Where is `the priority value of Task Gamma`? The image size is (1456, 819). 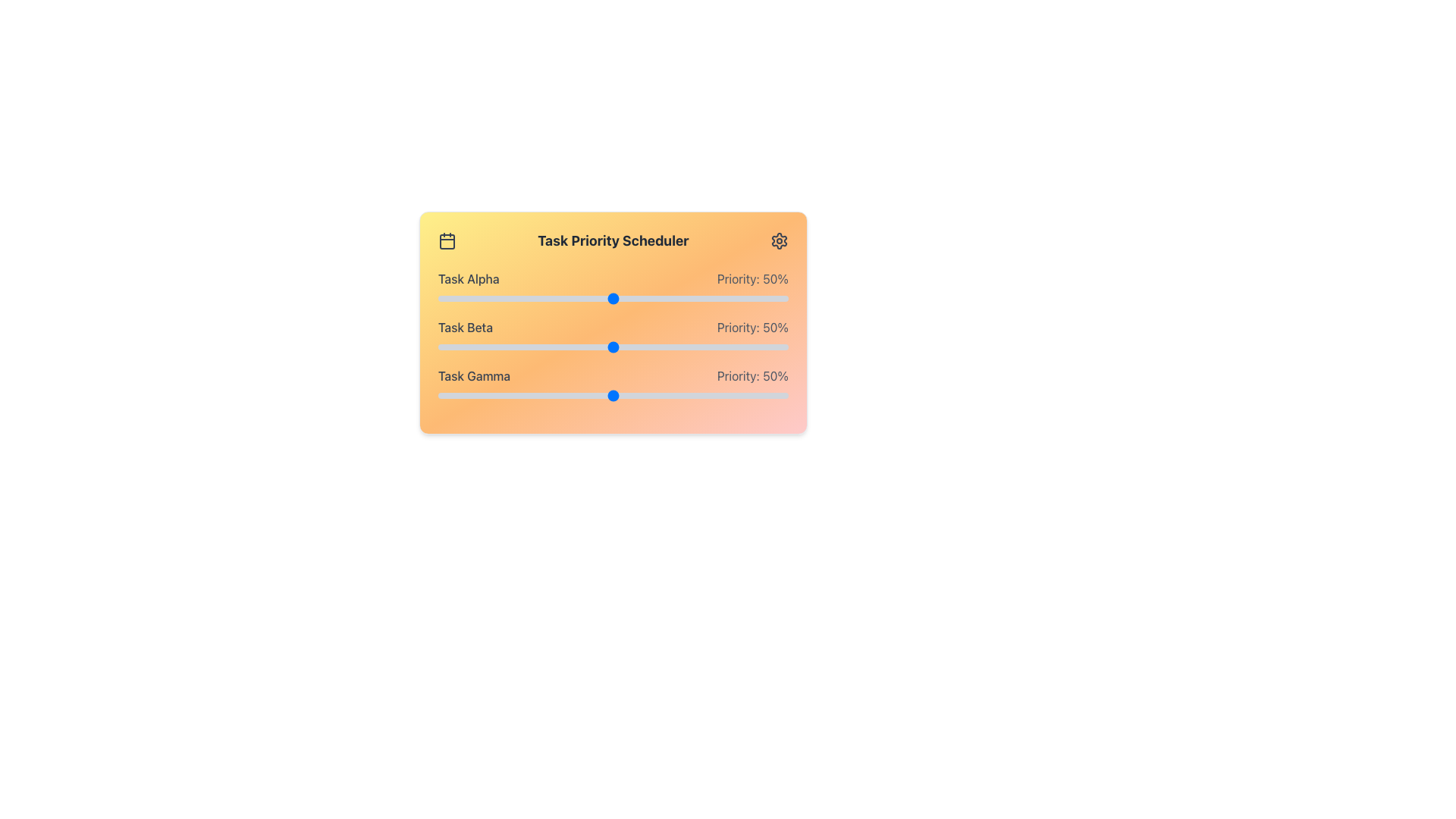
the priority value of Task Gamma is located at coordinates (766, 375).